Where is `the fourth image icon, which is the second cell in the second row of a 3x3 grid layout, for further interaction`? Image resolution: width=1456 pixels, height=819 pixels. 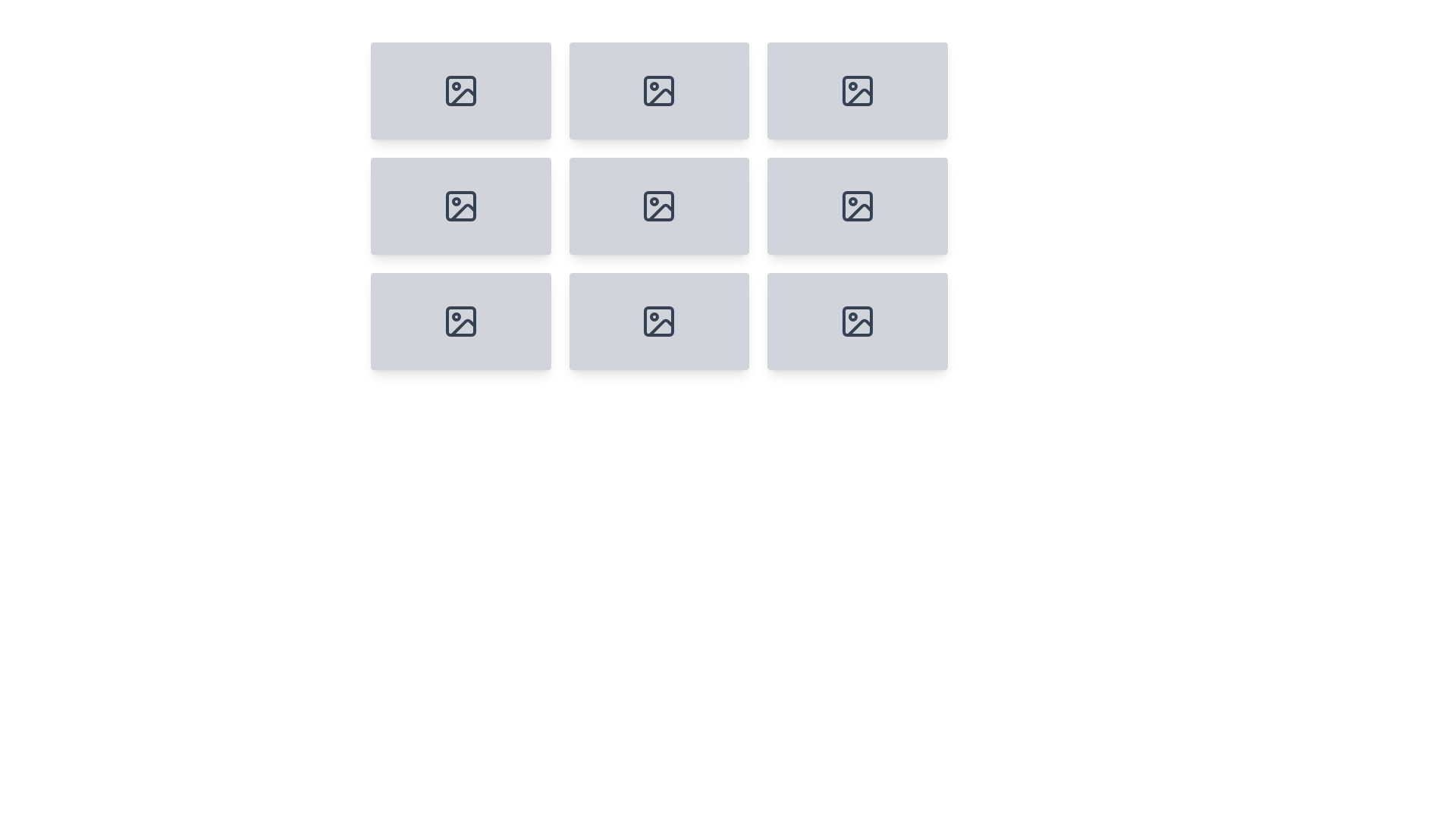 the fourth image icon, which is the second cell in the second row of a 3x3 grid layout, for further interaction is located at coordinates (858, 206).